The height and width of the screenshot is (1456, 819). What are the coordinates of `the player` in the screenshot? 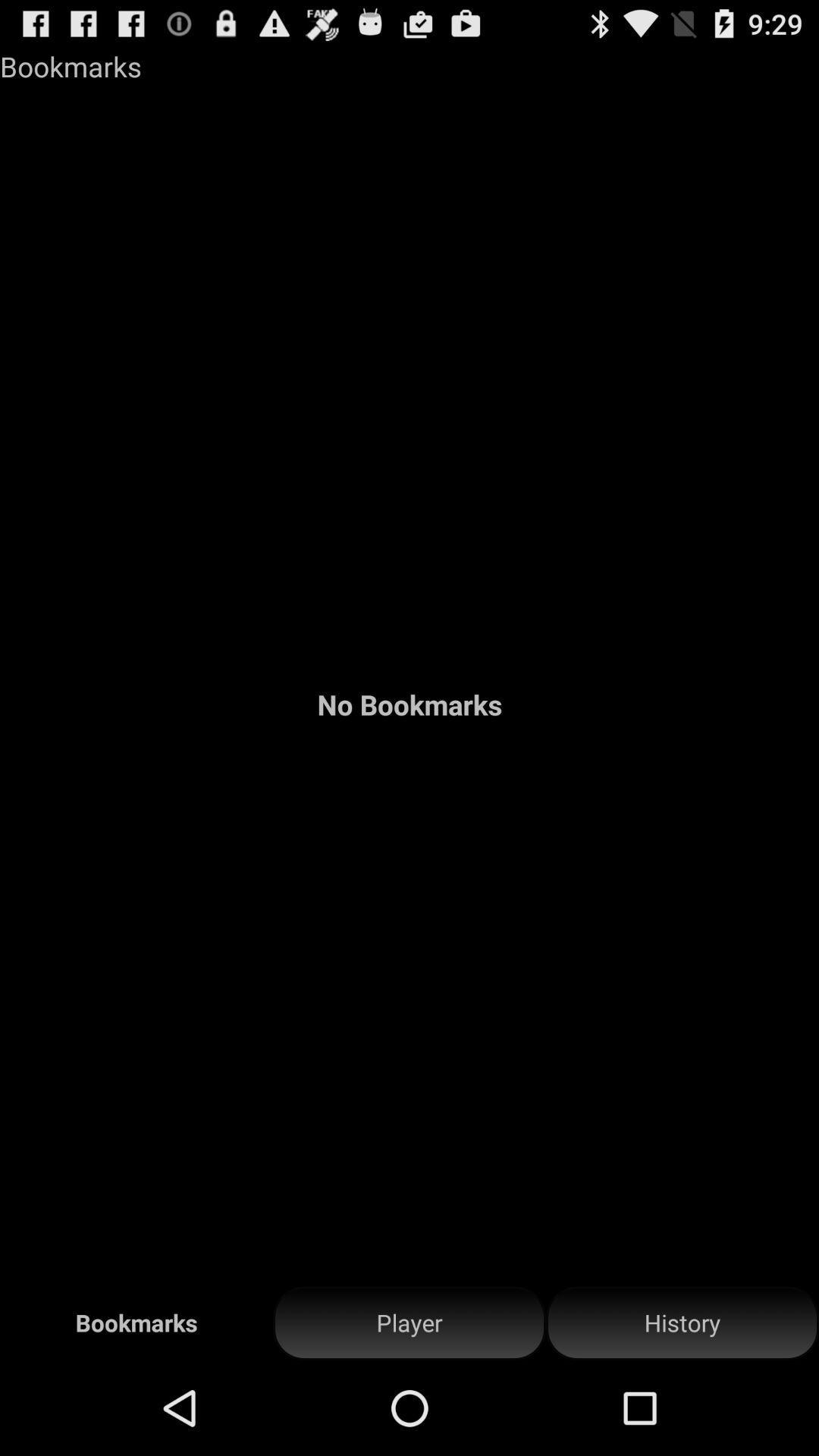 It's located at (409, 1323).